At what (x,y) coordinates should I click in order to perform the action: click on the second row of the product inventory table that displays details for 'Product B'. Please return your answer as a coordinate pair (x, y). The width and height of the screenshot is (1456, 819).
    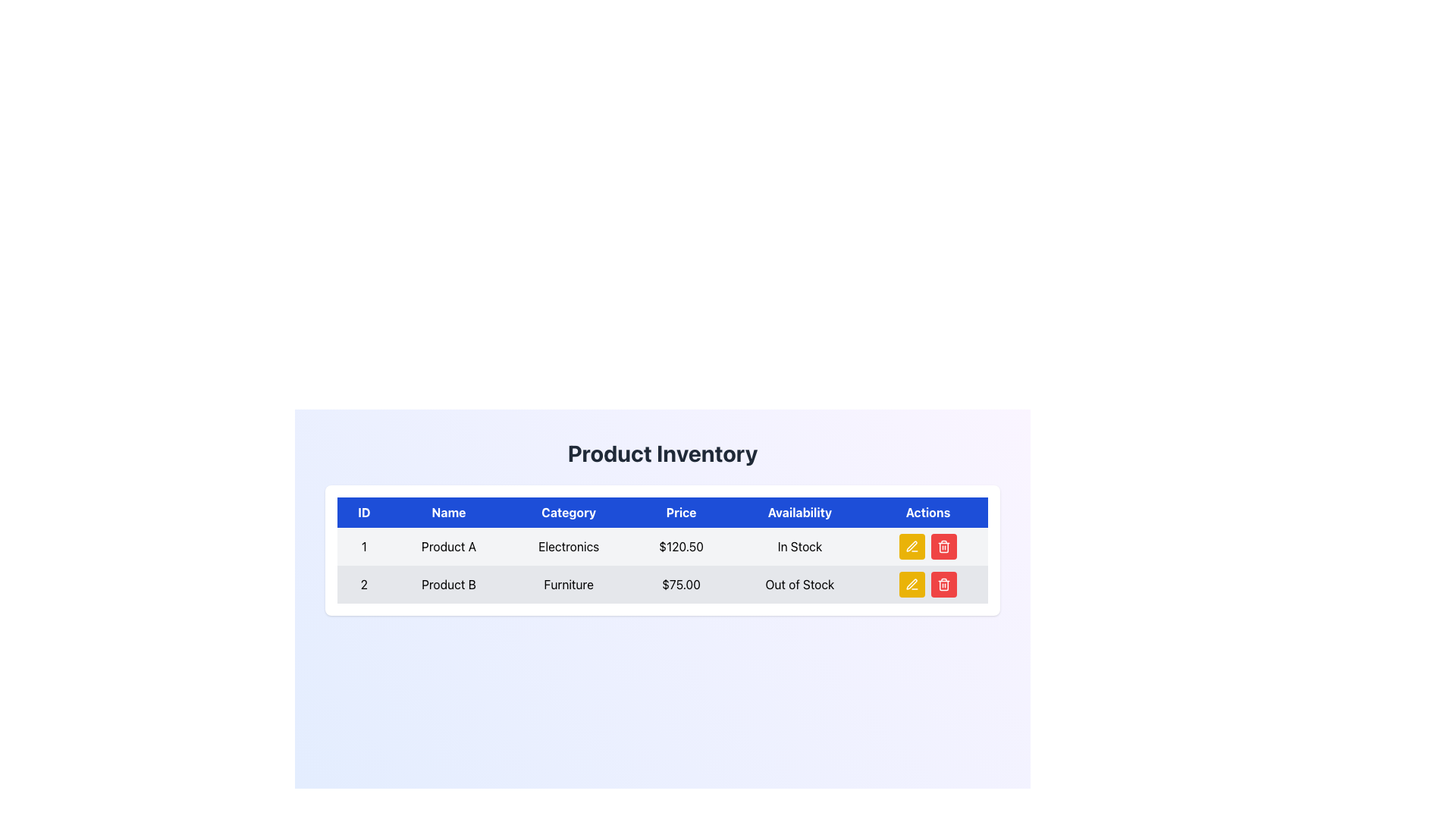
    Looking at the image, I should click on (662, 584).